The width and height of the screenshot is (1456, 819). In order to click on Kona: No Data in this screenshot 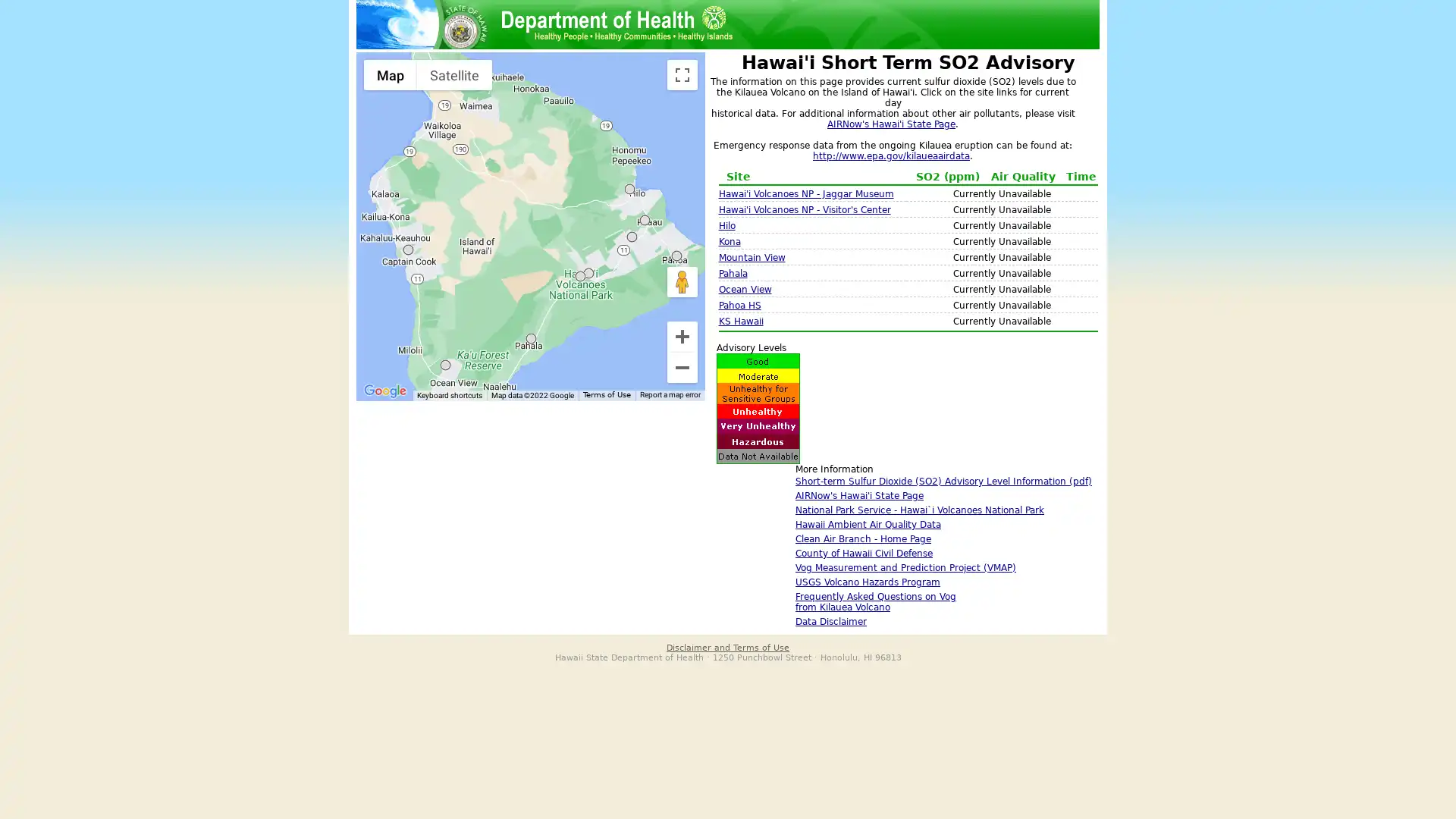, I will do `click(408, 249)`.